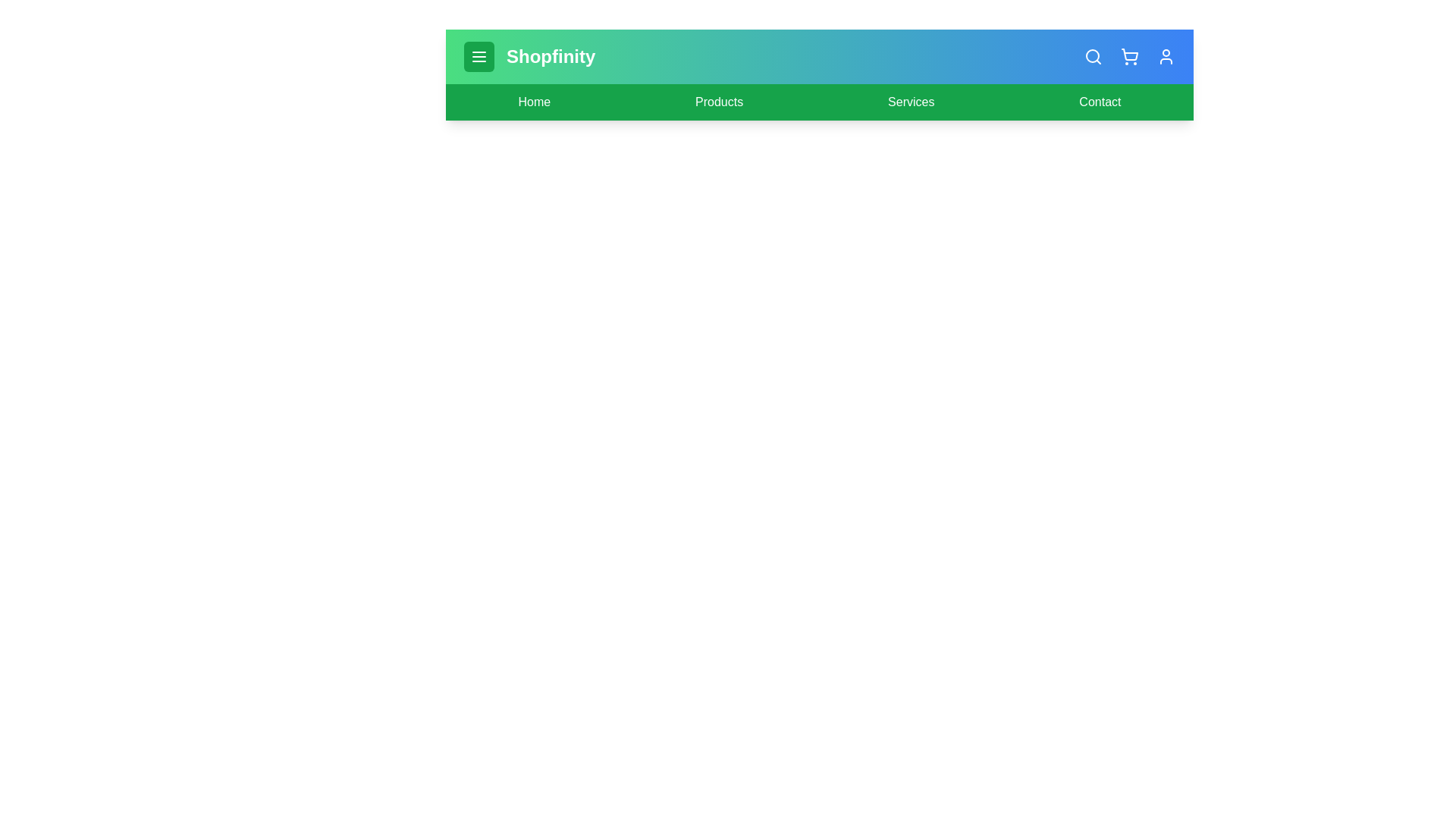 This screenshot has width=1456, height=819. What do you see at coordinates (1165, 55) in the screenshot?
I see `the user_icon to observe its hover effect` at bounding box center [1165, 55].